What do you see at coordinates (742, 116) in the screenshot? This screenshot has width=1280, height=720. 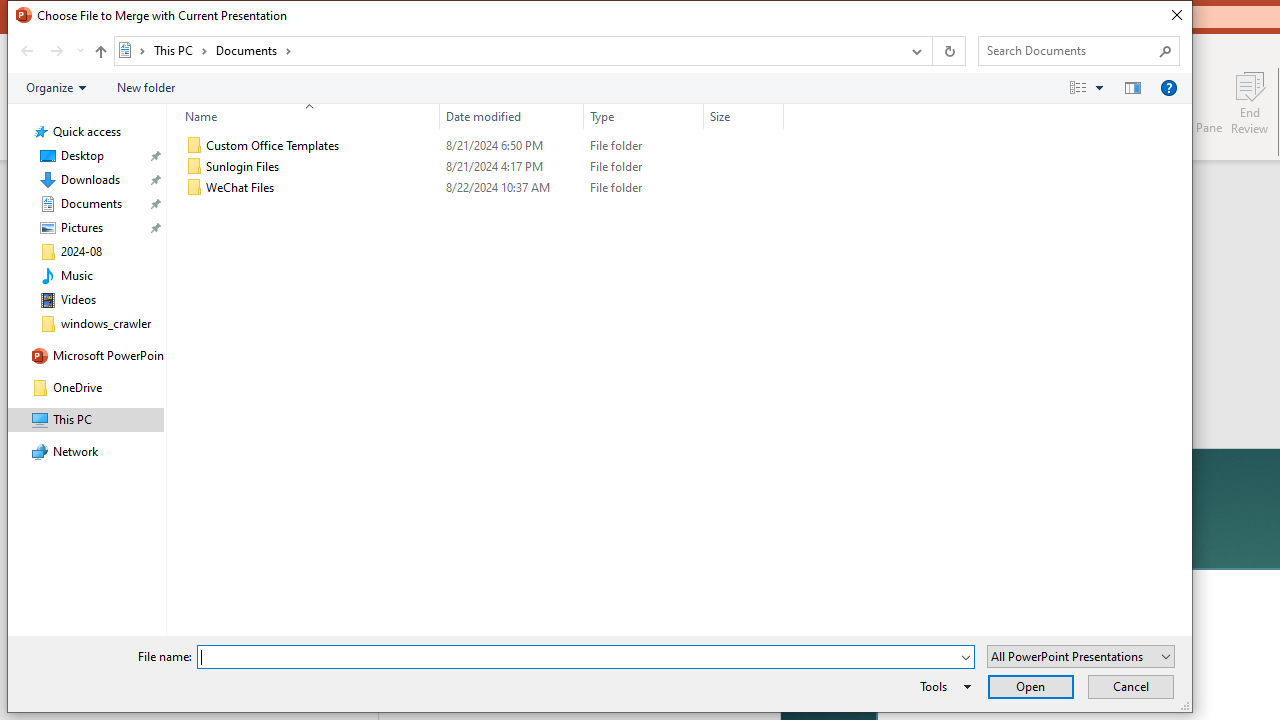 I see `'Size'` at bounding box center [742, 116].